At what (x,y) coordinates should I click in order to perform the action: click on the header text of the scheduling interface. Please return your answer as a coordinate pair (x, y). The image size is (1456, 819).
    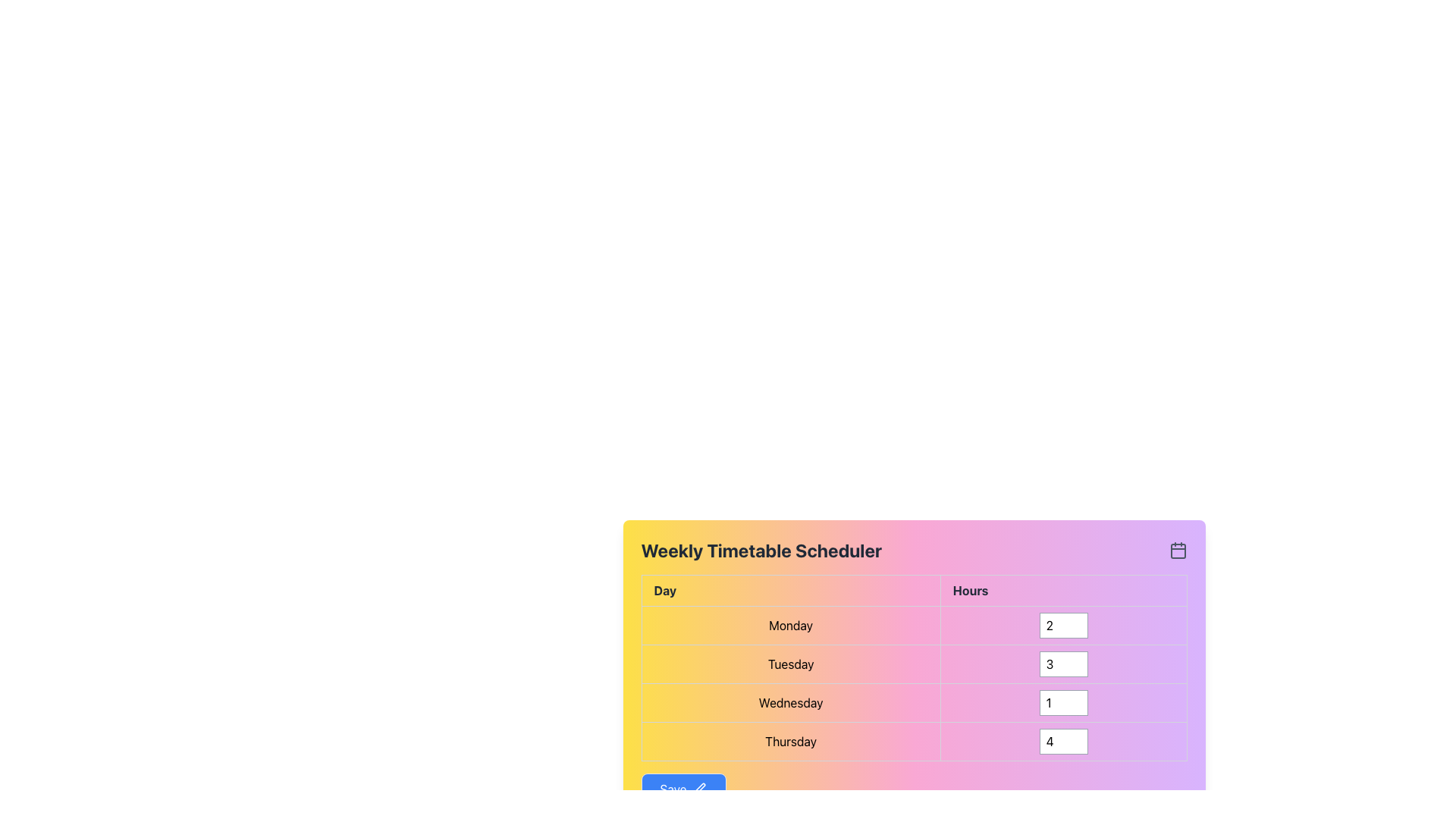
    Looking at the image, I should click on (761, 550).